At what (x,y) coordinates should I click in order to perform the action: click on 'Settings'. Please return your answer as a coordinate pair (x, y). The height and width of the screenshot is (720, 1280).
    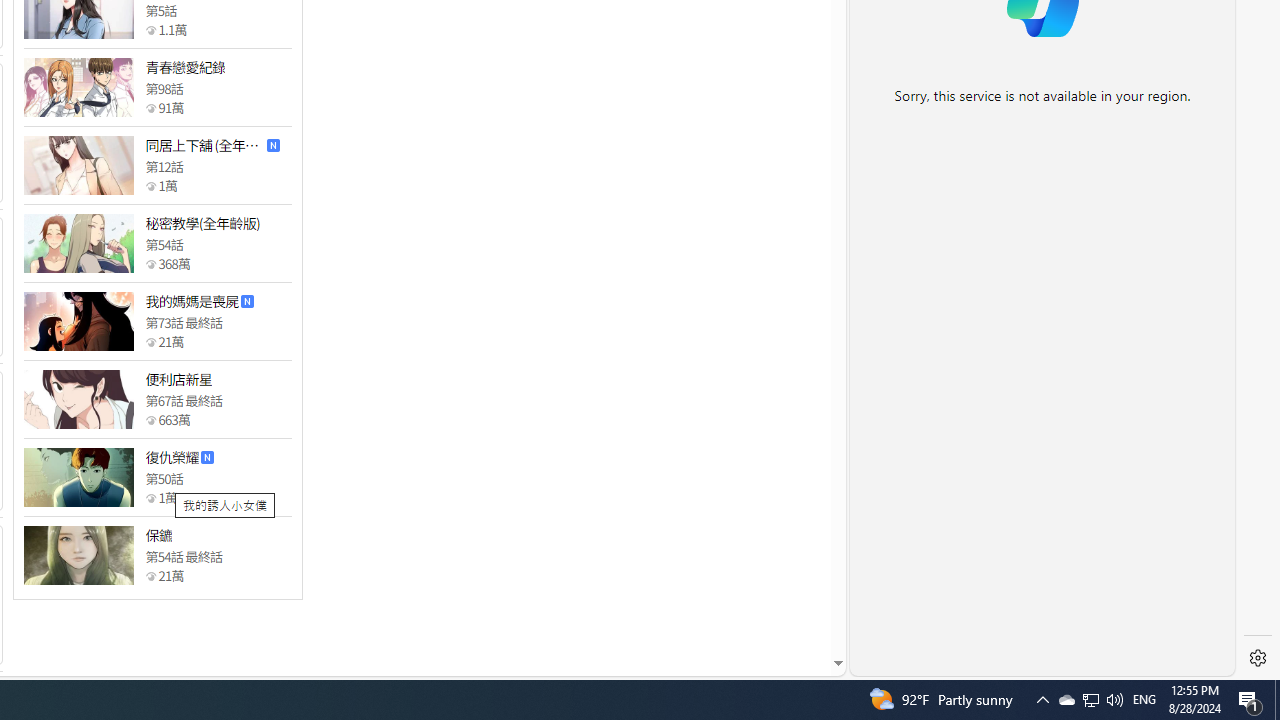
    Looking at the image, I should click on (1257, 658).